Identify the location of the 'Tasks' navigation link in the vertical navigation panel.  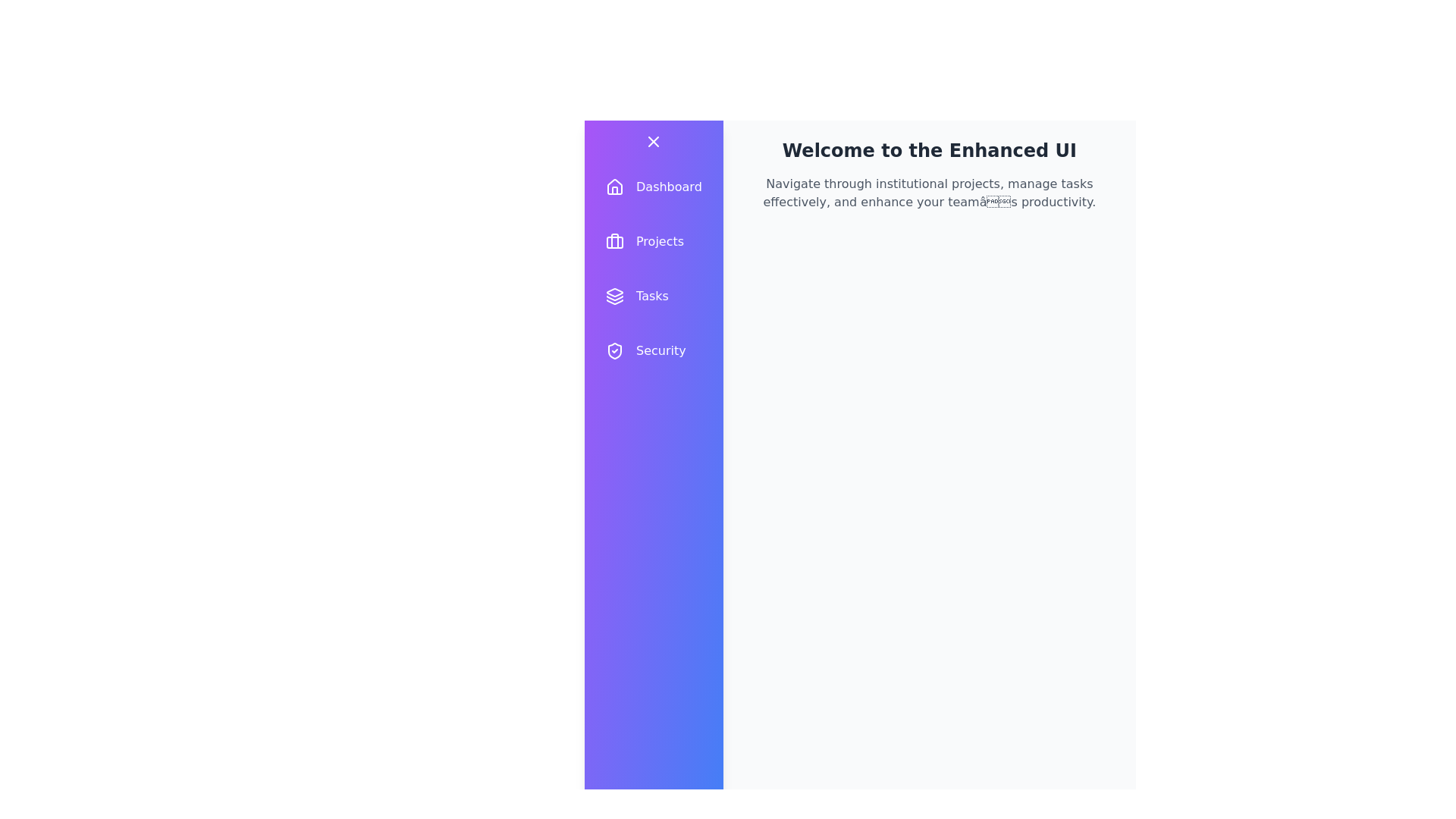
(654, 296).